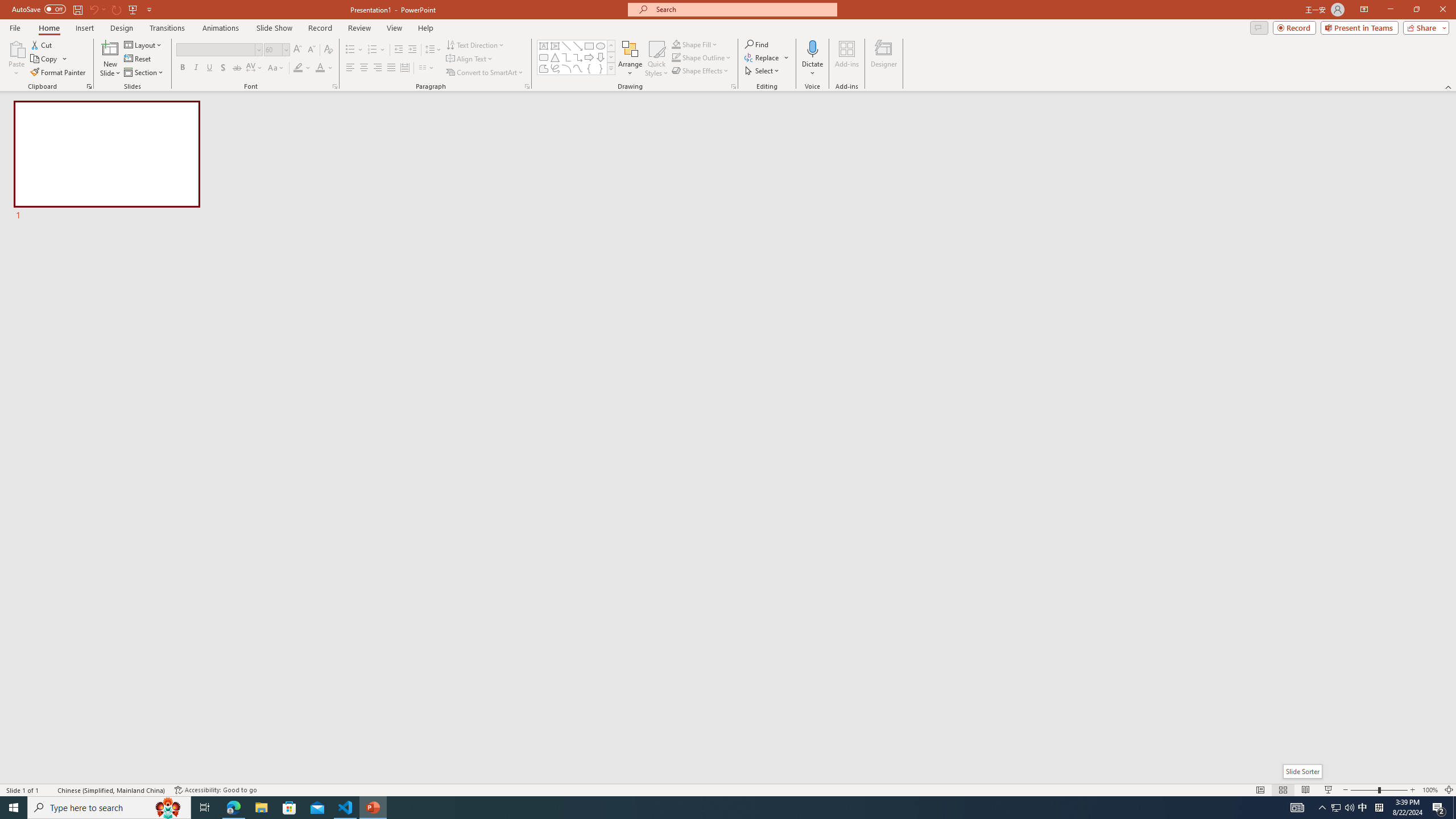 Image resolution: width=1456 pixels, height=819 pixels. Describe the element at coordinates (676, 44) in the screenshot. I see `'Shape Fill Orange, Accent 2'` at that location.